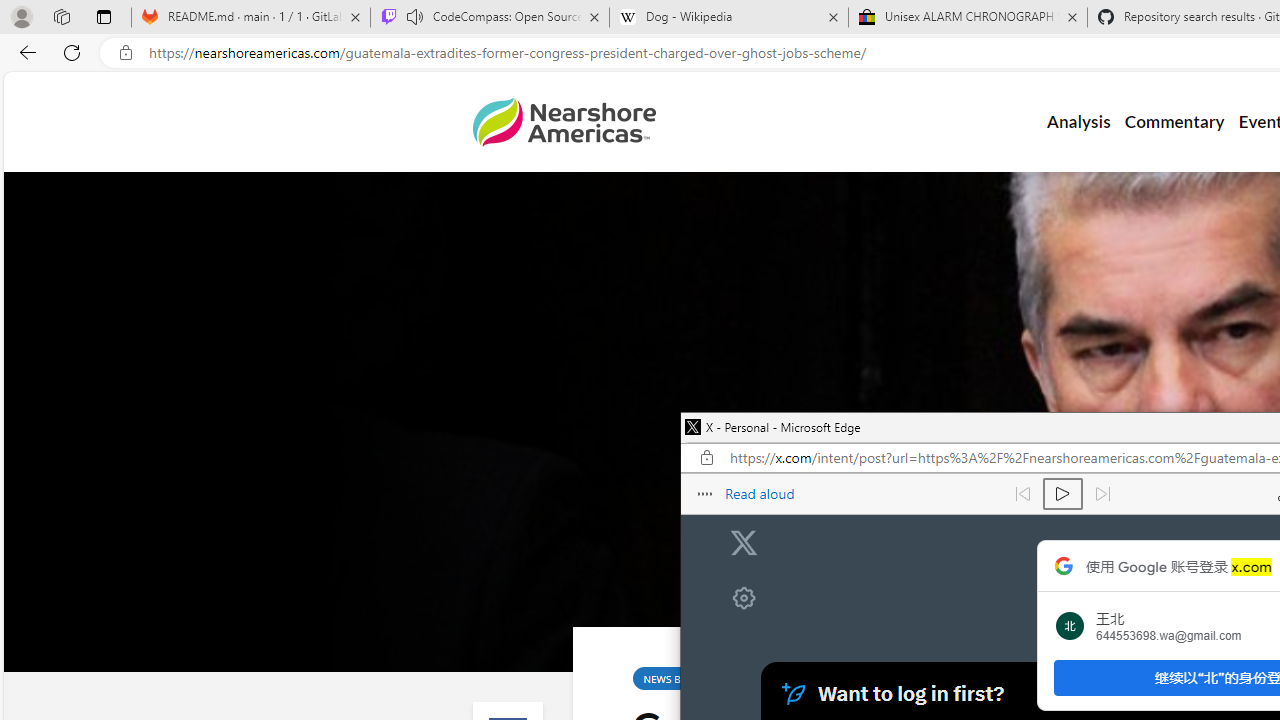  Describe the element at coordinates (1061, 493) in the screenshot. I see `'Continue to read aloud (Ctrl+Shift+U)'` at that location.